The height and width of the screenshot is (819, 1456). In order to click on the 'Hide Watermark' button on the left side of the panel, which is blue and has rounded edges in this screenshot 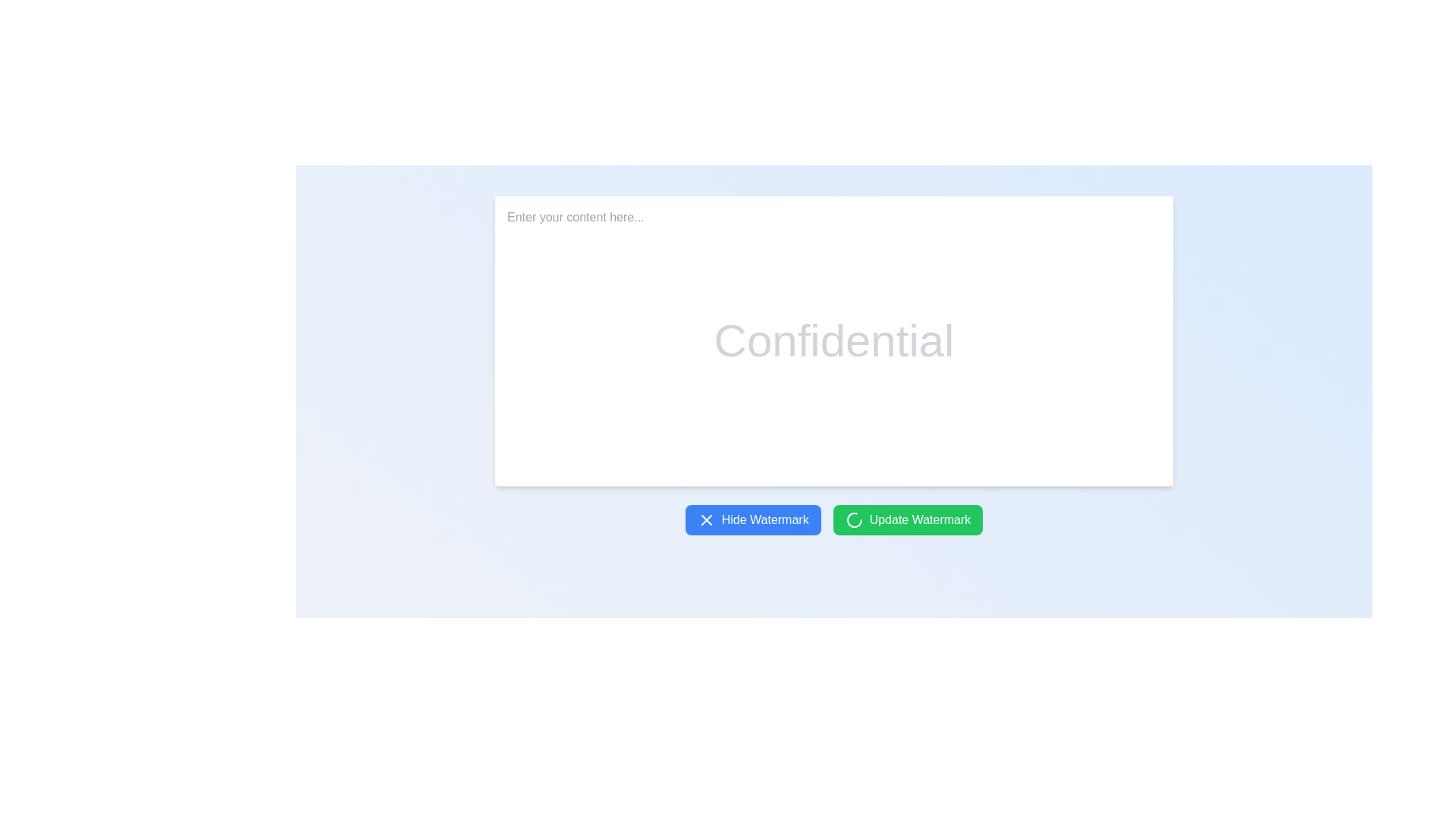, I will do `click(833, 519)`.